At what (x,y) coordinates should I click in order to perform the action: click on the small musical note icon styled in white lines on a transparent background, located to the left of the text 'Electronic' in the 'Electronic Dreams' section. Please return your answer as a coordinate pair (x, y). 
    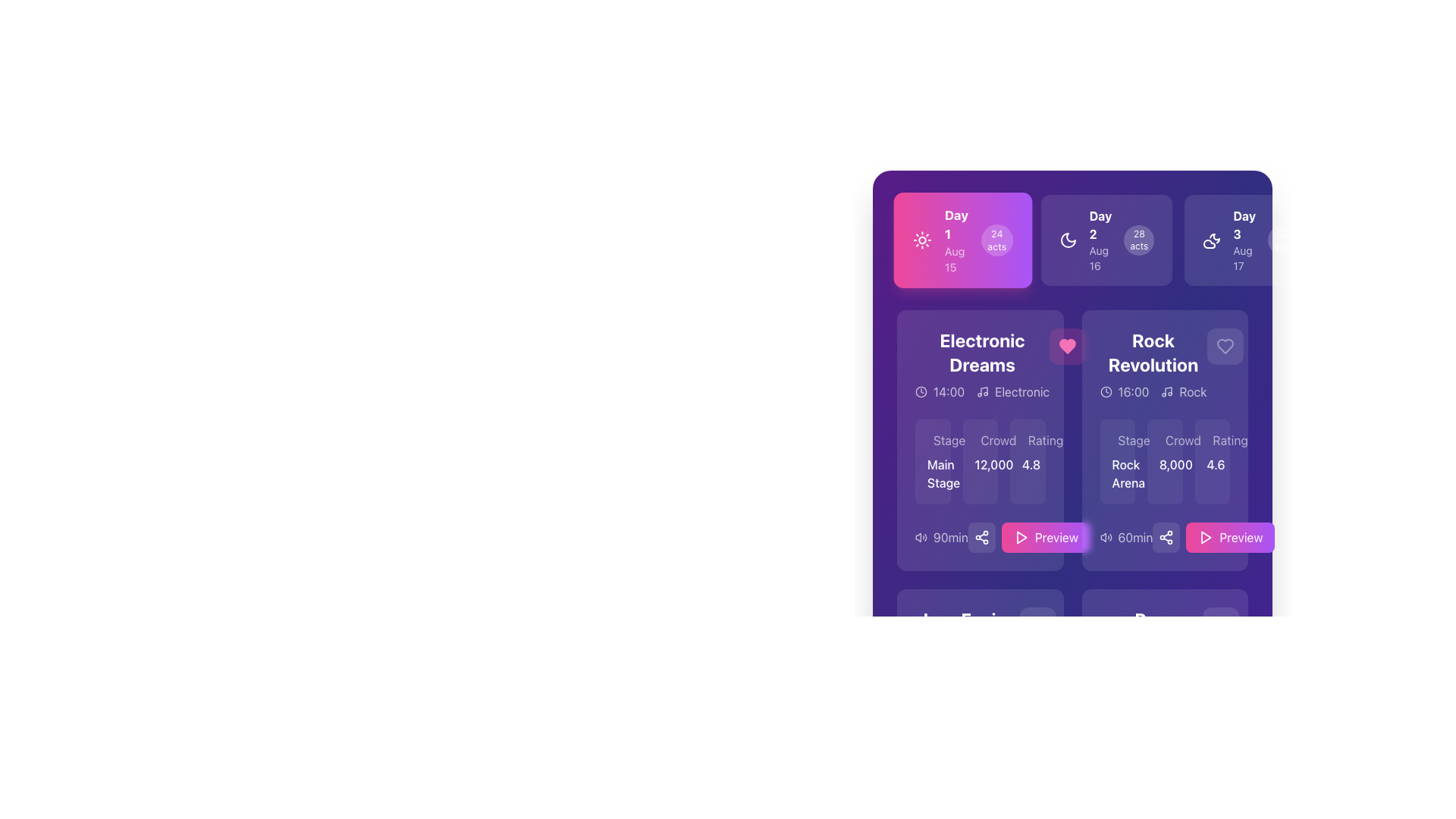
    Looking at the image, I should click on (983, 391).